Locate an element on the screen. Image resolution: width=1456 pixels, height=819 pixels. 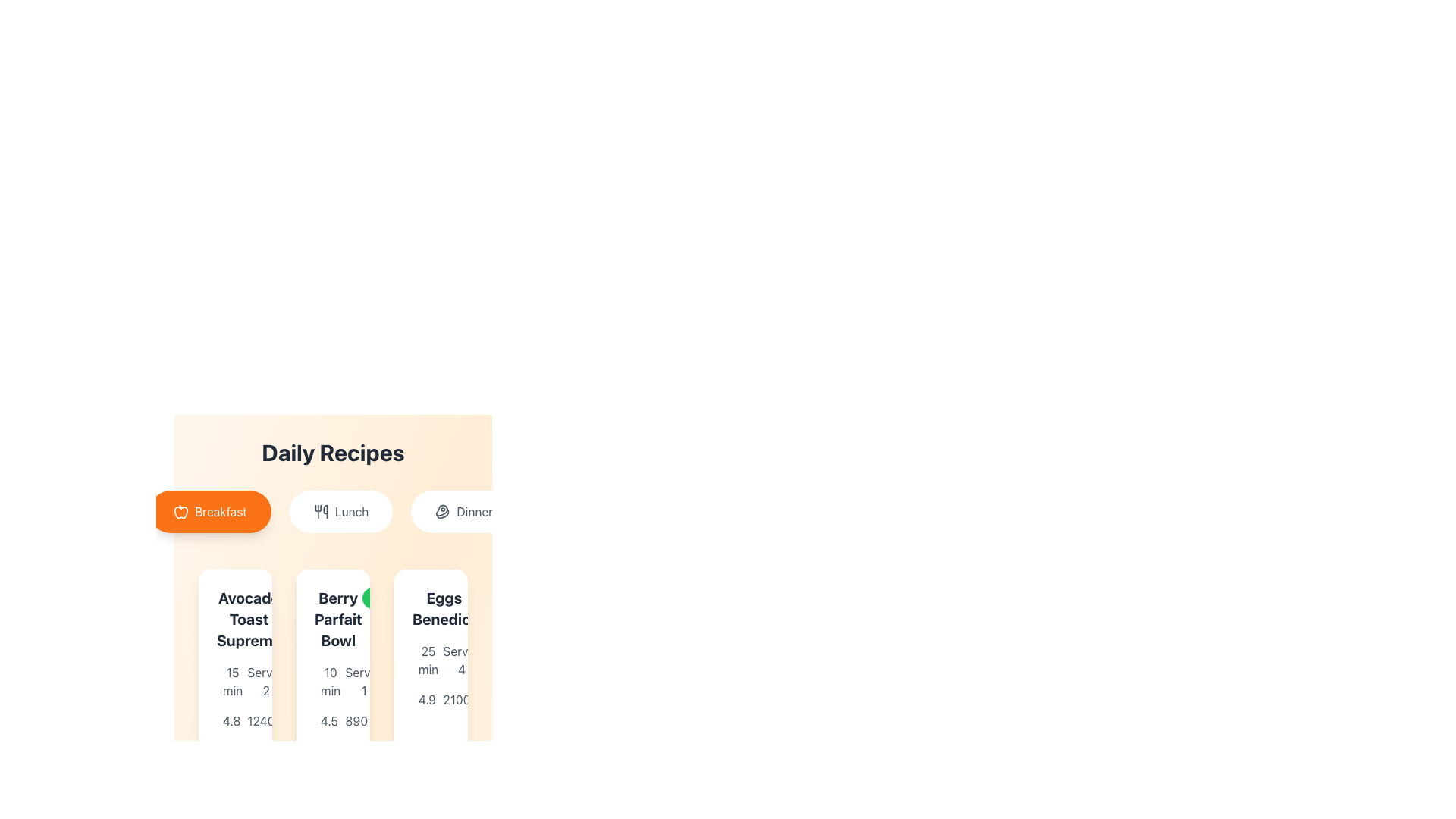
the static text label displaying the numerical value '4.5', which is bold and dark-gray, located below a star-shaped icon in the rating section is located at coordinates (328, 720).